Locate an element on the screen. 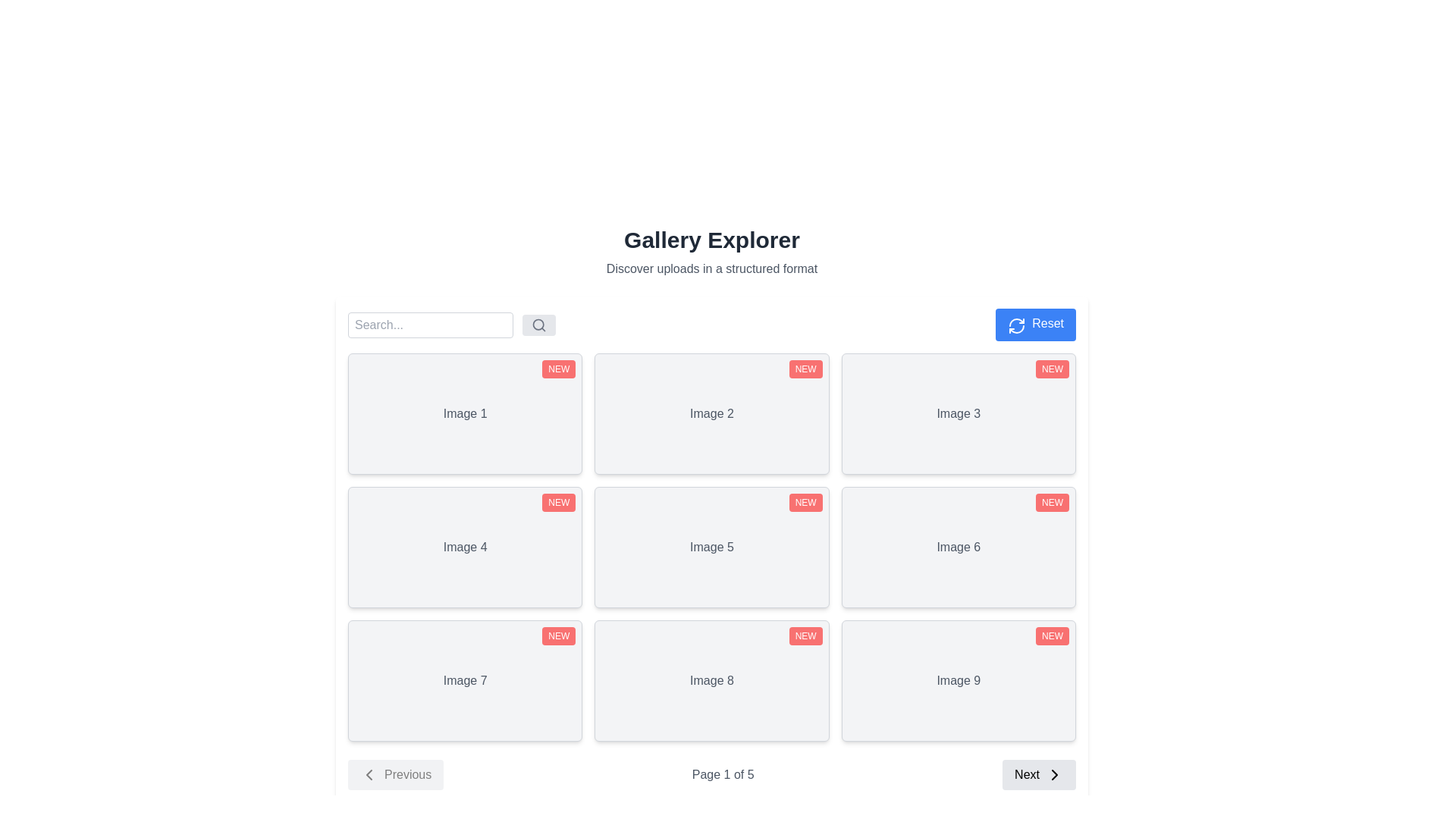 This screenshot has height=819, width=1456. the Card component with a light gray background that contains the text 'Image 8' in dark gray and has a red 'NEW' badge in the top-right corner is located at coordinates (711, 680).